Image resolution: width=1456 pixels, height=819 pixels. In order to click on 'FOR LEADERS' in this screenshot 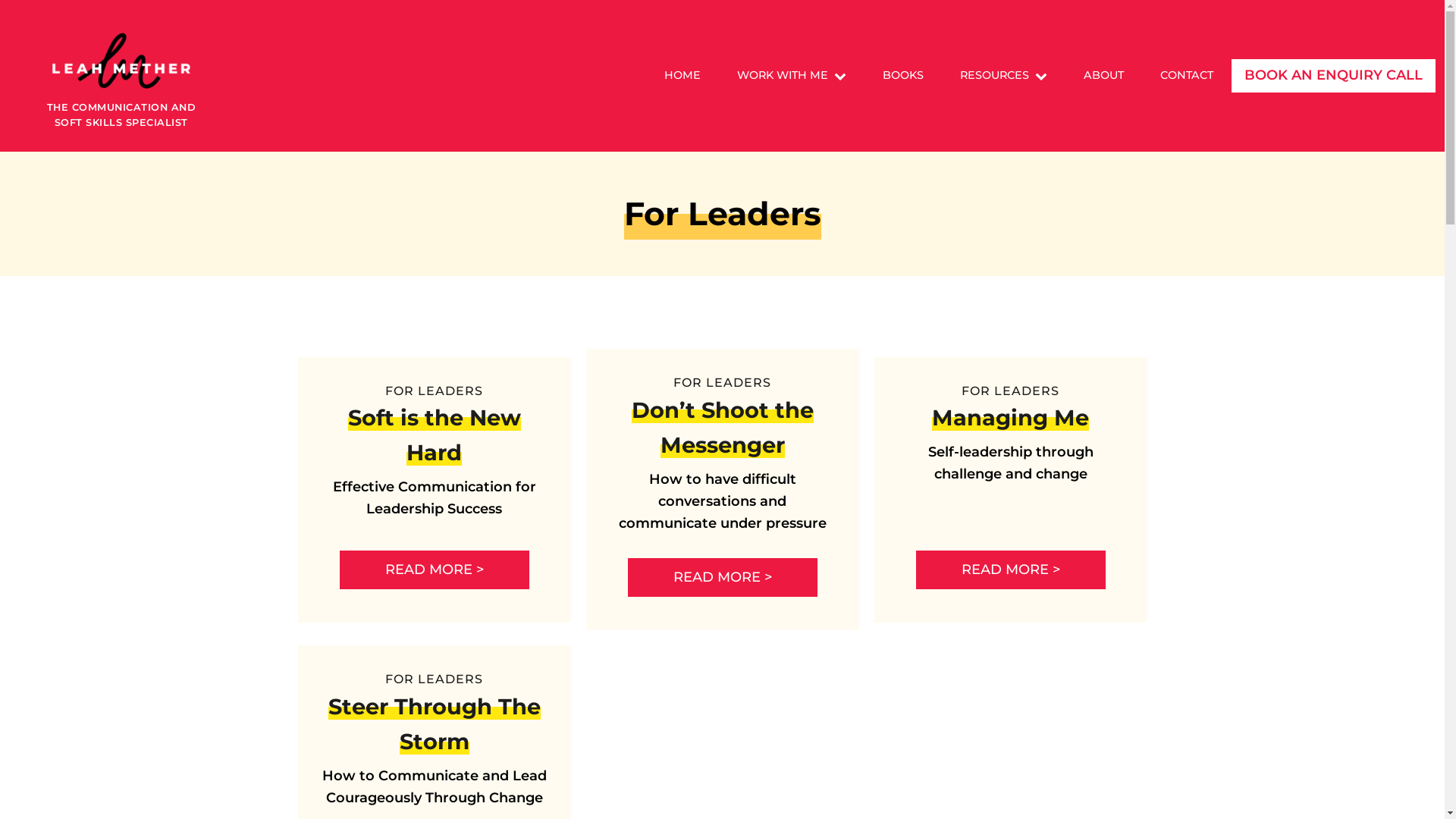, I will do `click(721, 381)`.